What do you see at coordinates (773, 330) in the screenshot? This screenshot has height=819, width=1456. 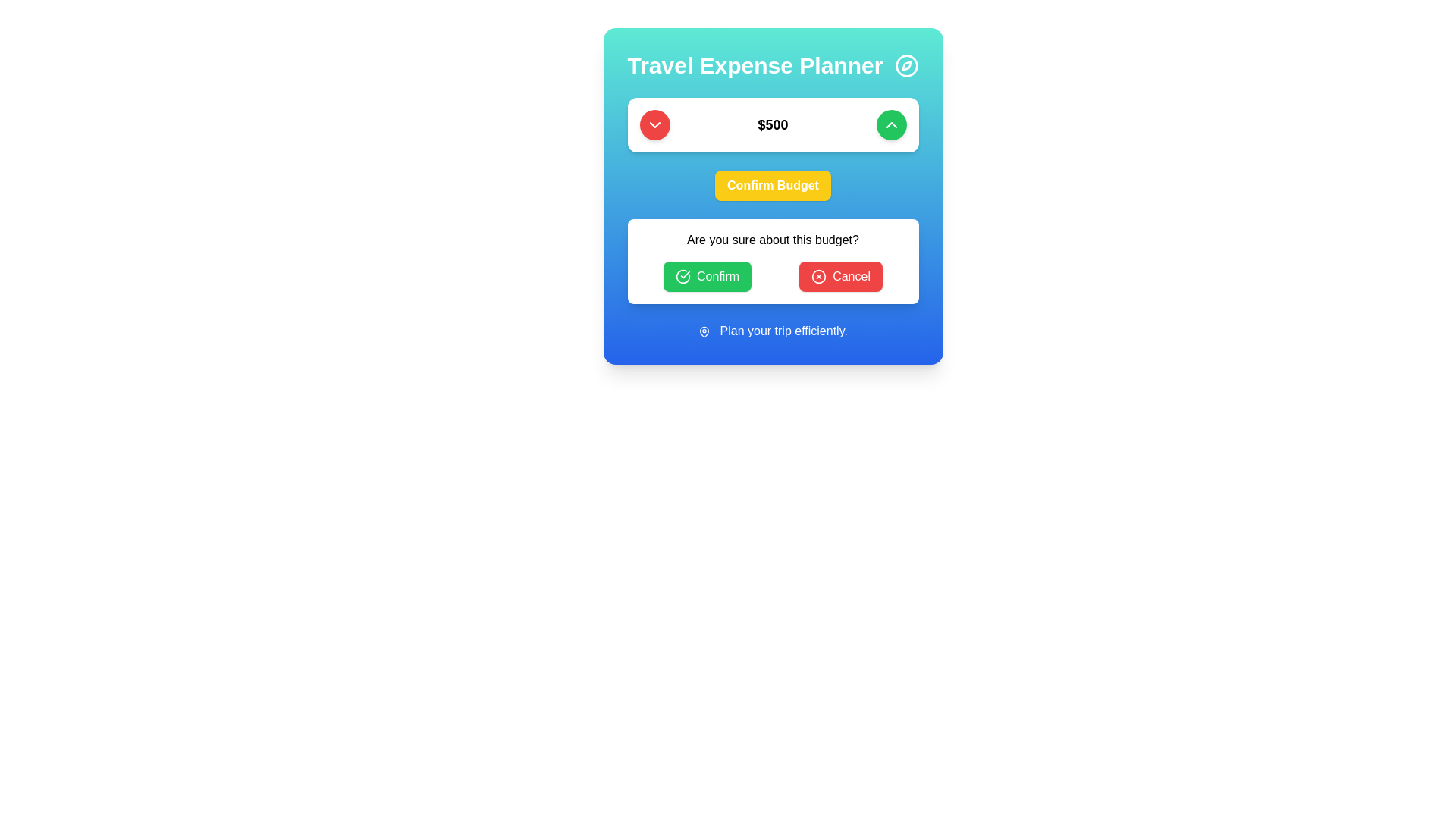 I see `text 'Plan your trip efficiently.' from the text with icon located at the bottom center of the card-like interface, which features a compact map-pin icon and is styled in white against a gradient blue background` at bounding box center [773, 330].